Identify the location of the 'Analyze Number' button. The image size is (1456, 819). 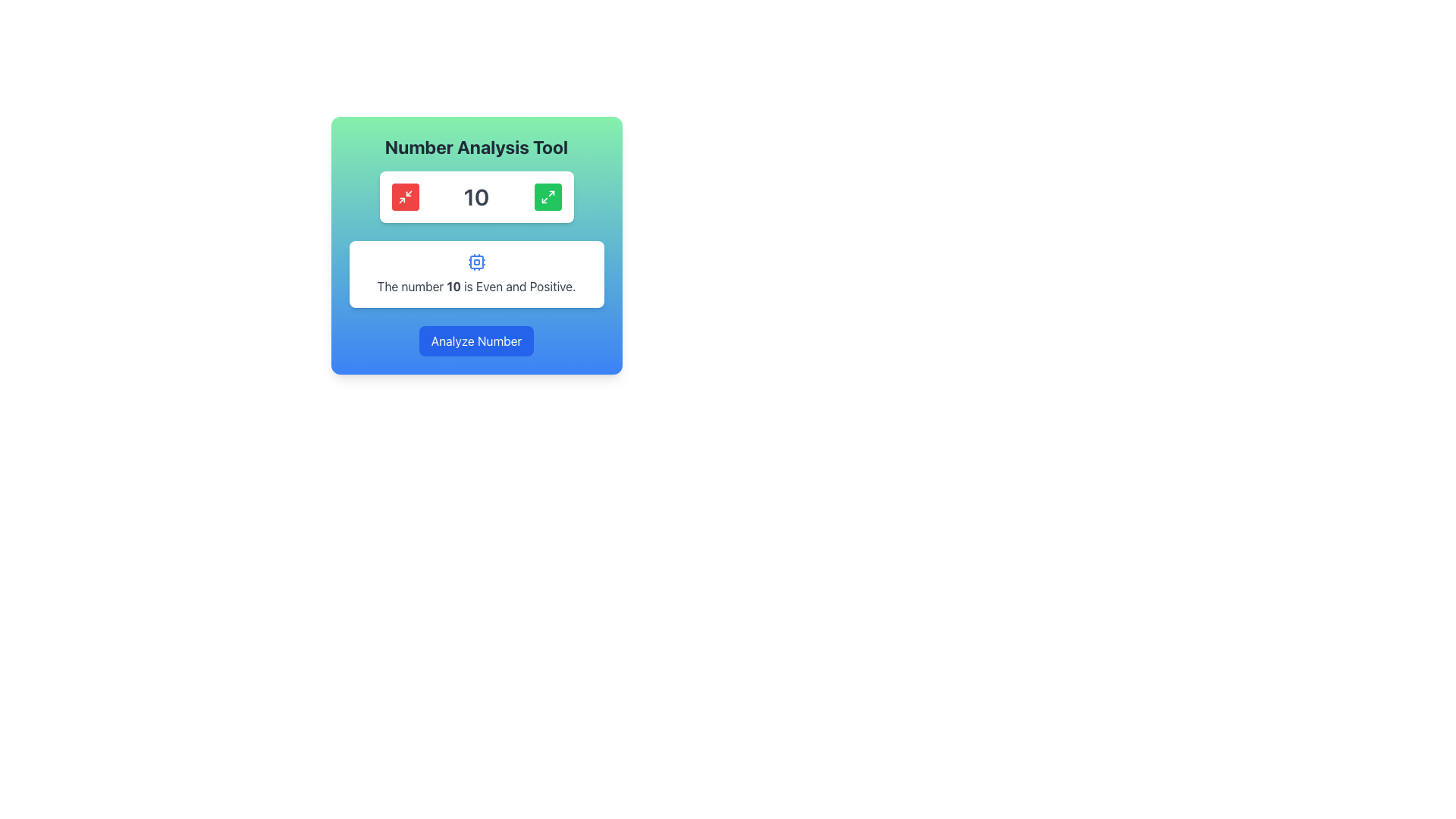
(475, 341).